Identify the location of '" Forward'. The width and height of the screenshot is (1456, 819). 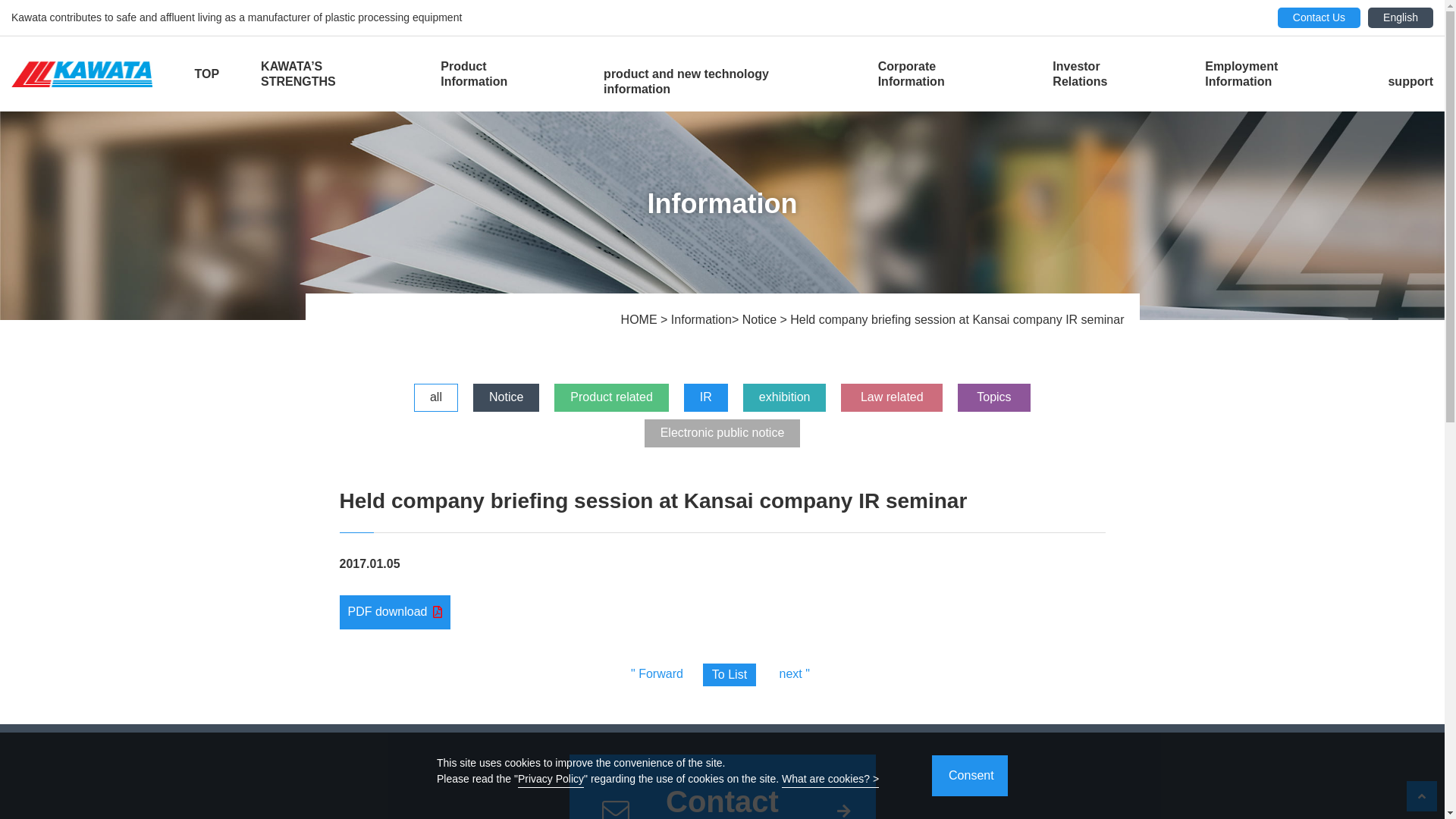
(657, 673).